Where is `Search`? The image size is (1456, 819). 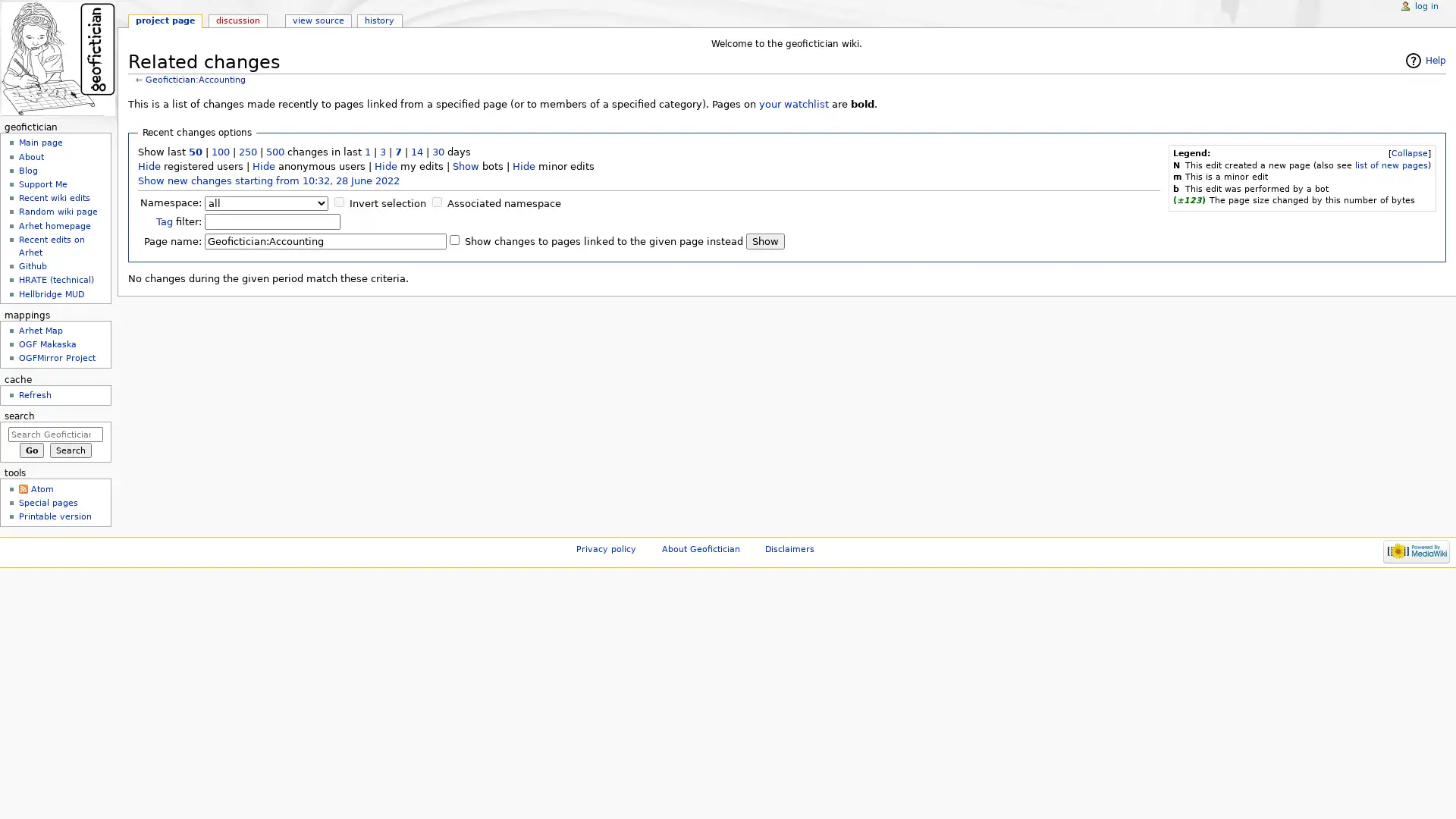
Search is located at coordinates (70, 450).